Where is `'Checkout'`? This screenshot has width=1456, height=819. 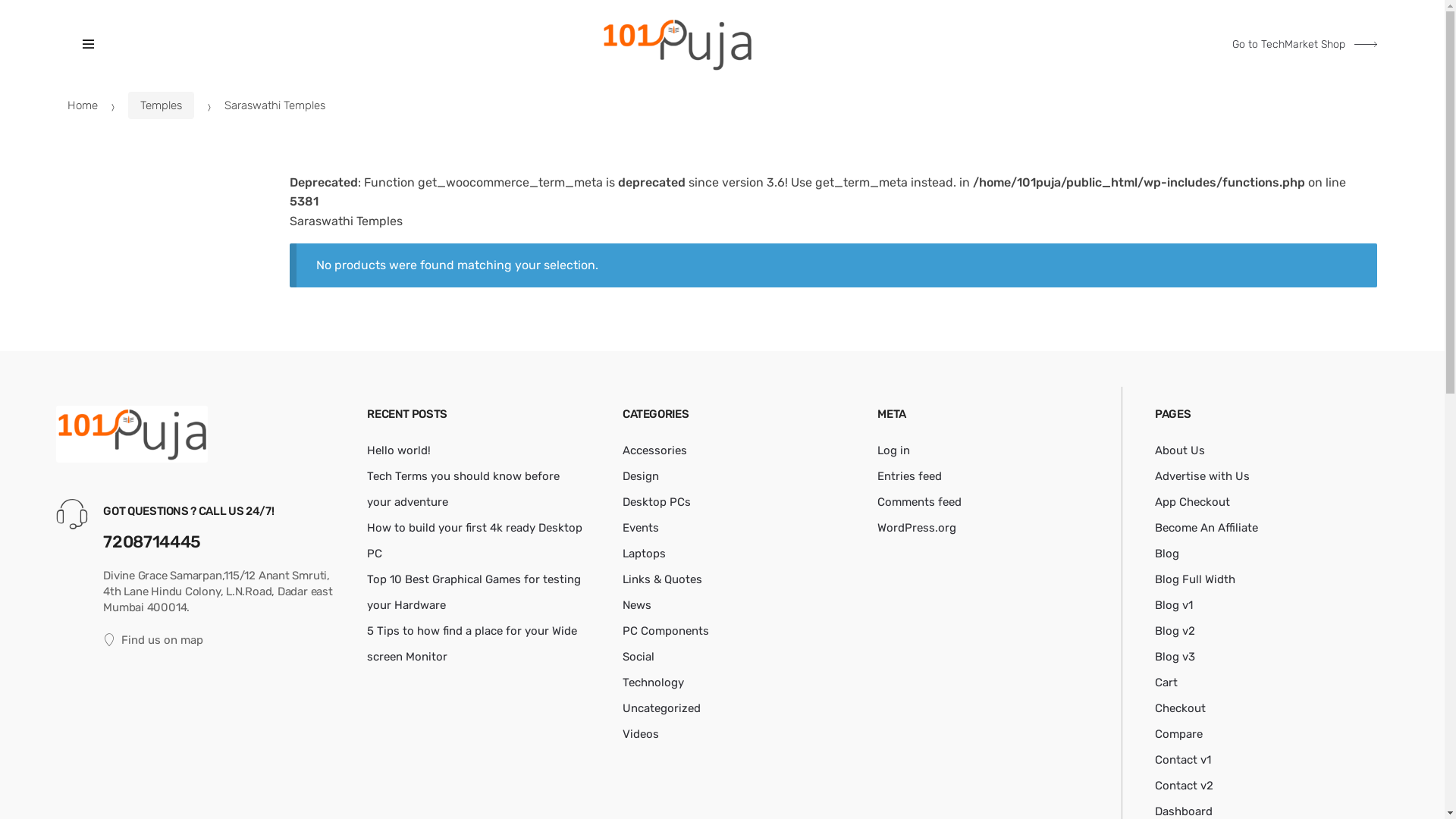
'Checkout' is located at coordinates (1179, 708).